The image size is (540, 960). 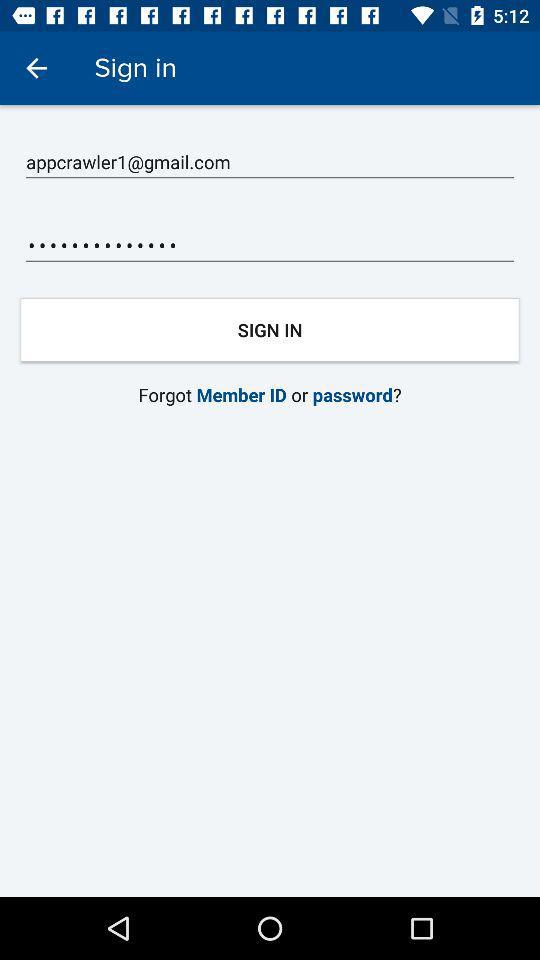 What do you see at coordinates (270, 245) in the screenshot?
I see `the icon below the appcrawler1@gmail.com item` at bounding box center [270, 245].